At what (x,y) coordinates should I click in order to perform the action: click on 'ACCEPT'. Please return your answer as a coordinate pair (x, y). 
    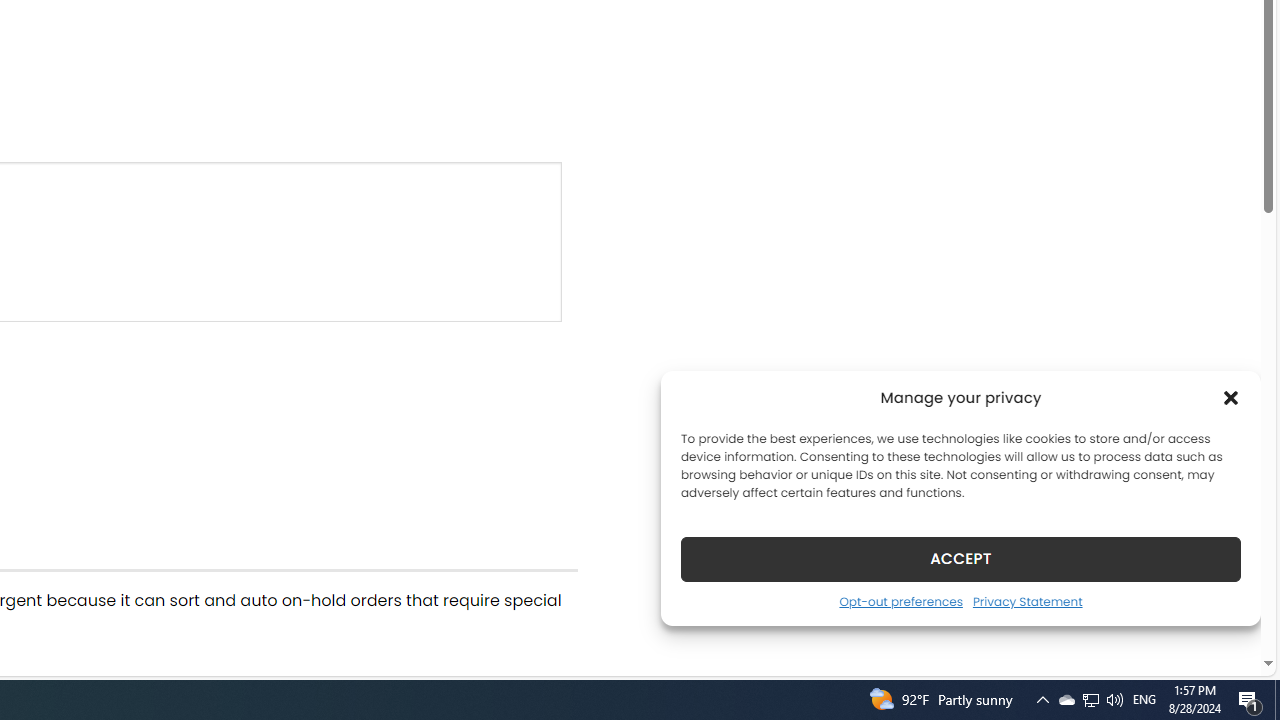
    Looking at the image, I should click on (961, 558).